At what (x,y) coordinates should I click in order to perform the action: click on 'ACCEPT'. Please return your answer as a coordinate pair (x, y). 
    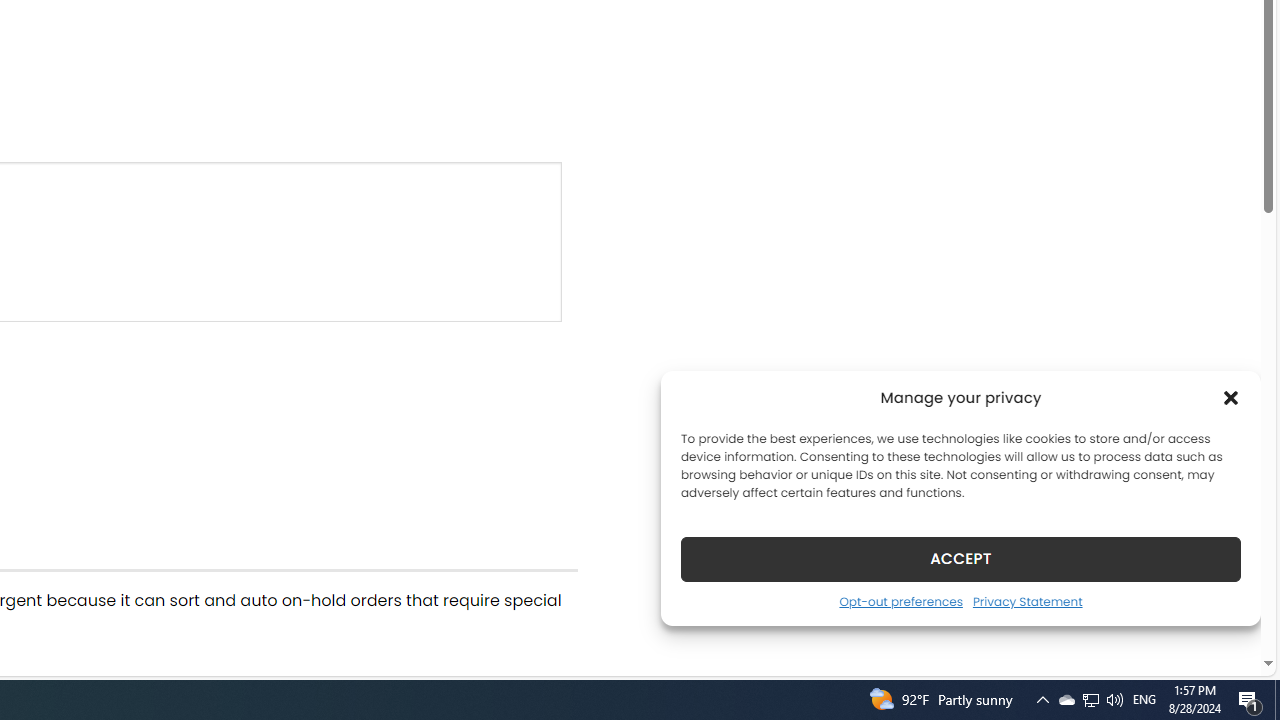
    Looking at the image, I should click on (961, 558).